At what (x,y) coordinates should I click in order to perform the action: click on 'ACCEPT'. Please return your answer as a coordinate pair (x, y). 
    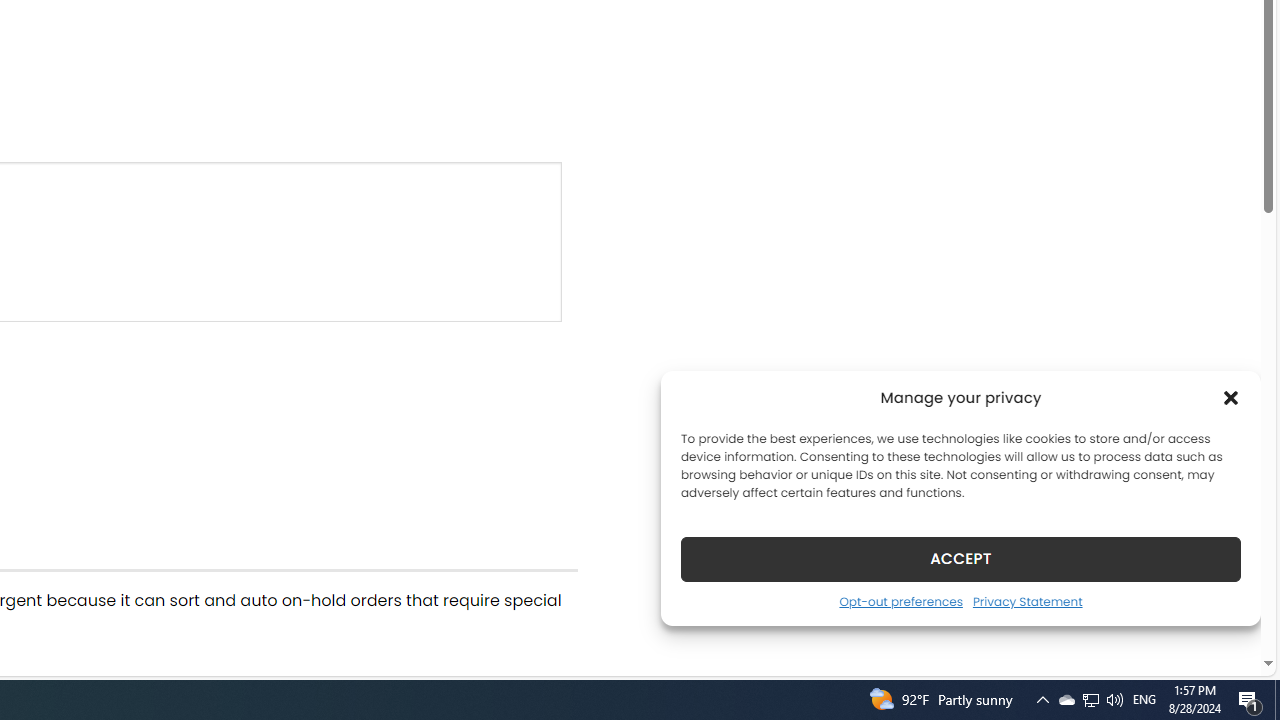
    Looking at the image, I should click on (961, 558).